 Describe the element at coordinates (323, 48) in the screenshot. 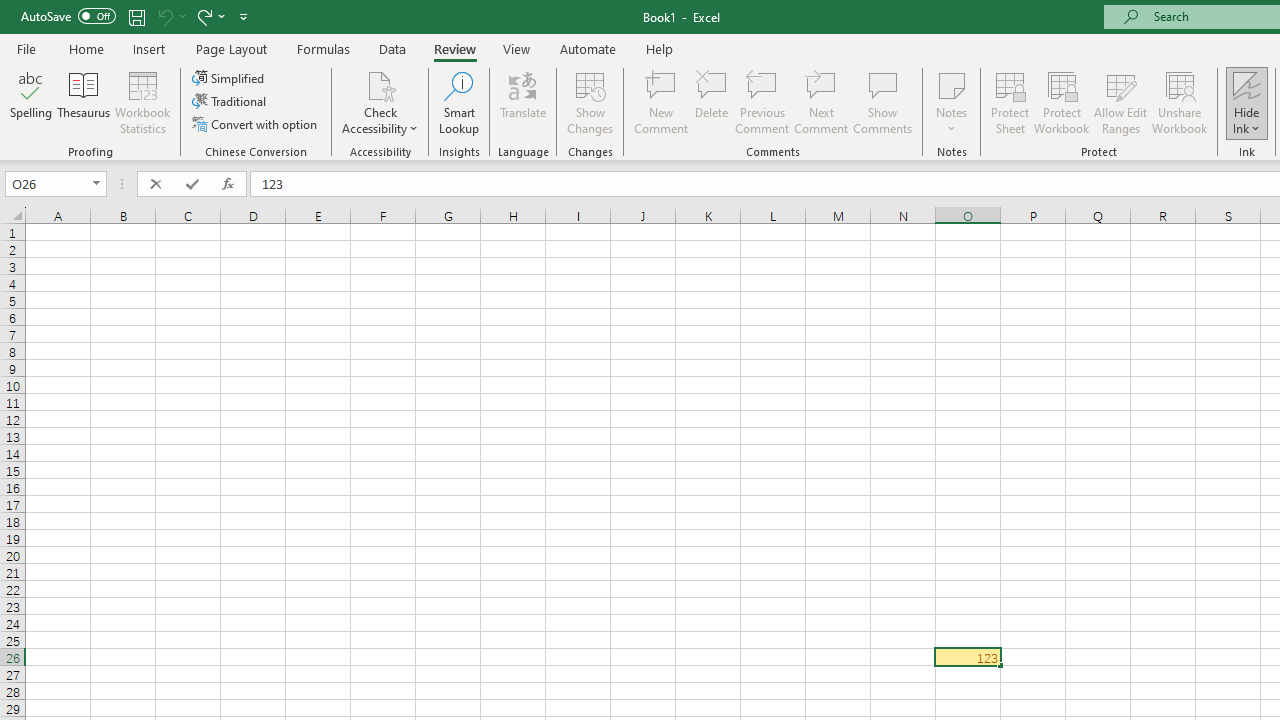

I see `'Formulas'` at that location.